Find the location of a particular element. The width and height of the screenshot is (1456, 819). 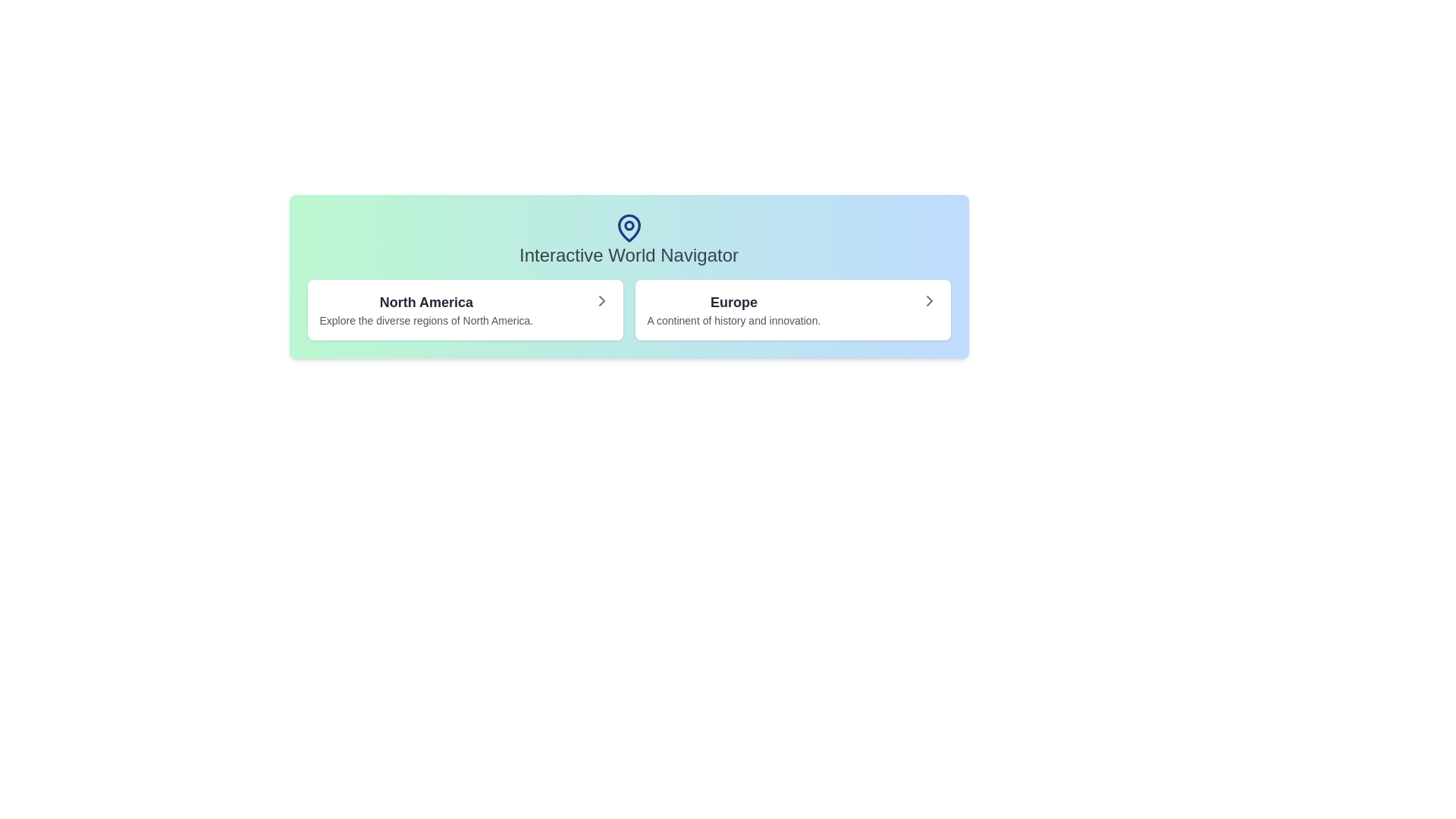

the descriptive text block labeled 'North America' is located at coordinates (425, 309).